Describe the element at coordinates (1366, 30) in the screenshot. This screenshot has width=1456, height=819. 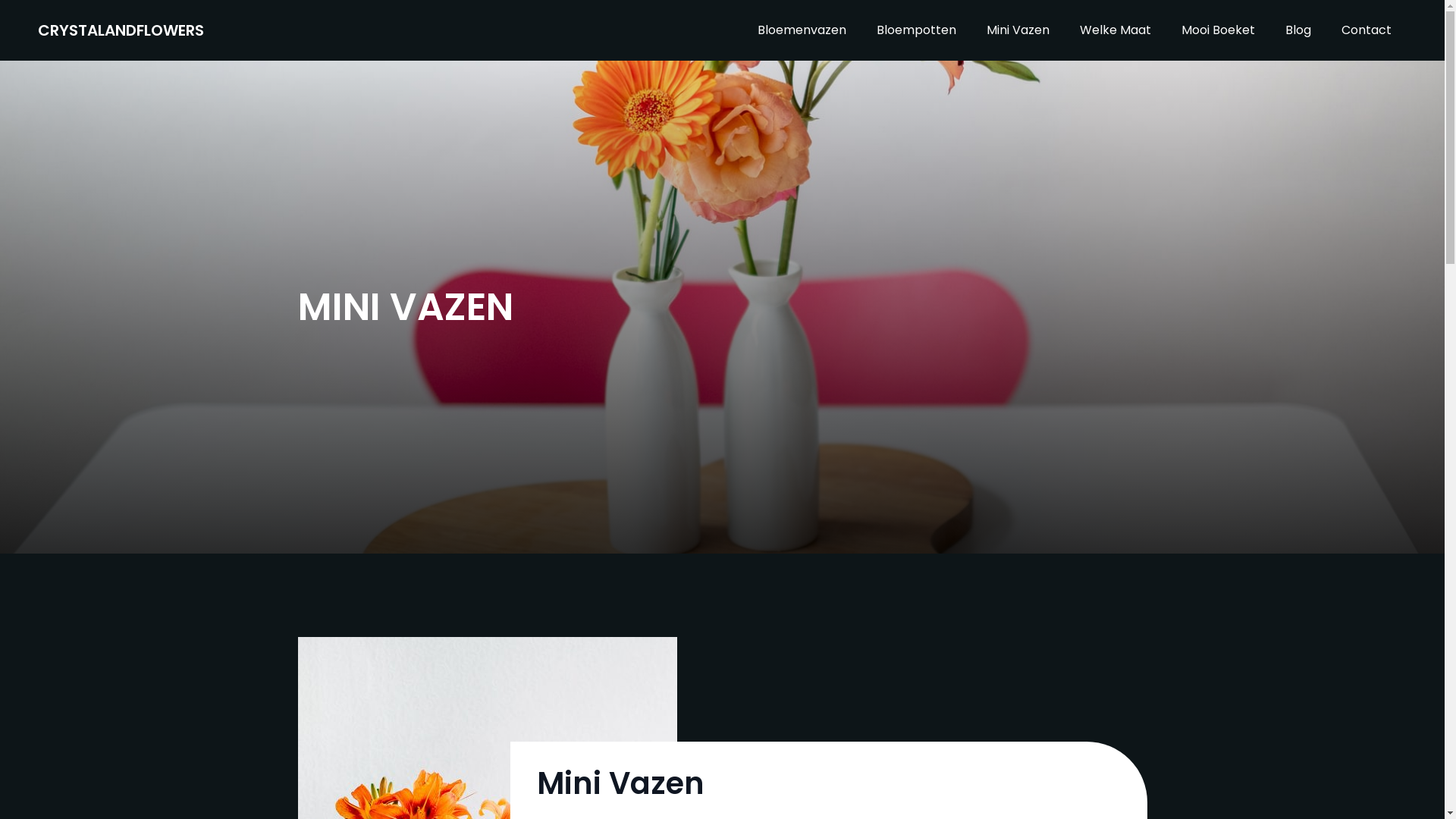
I see `'Contact'` at that location.